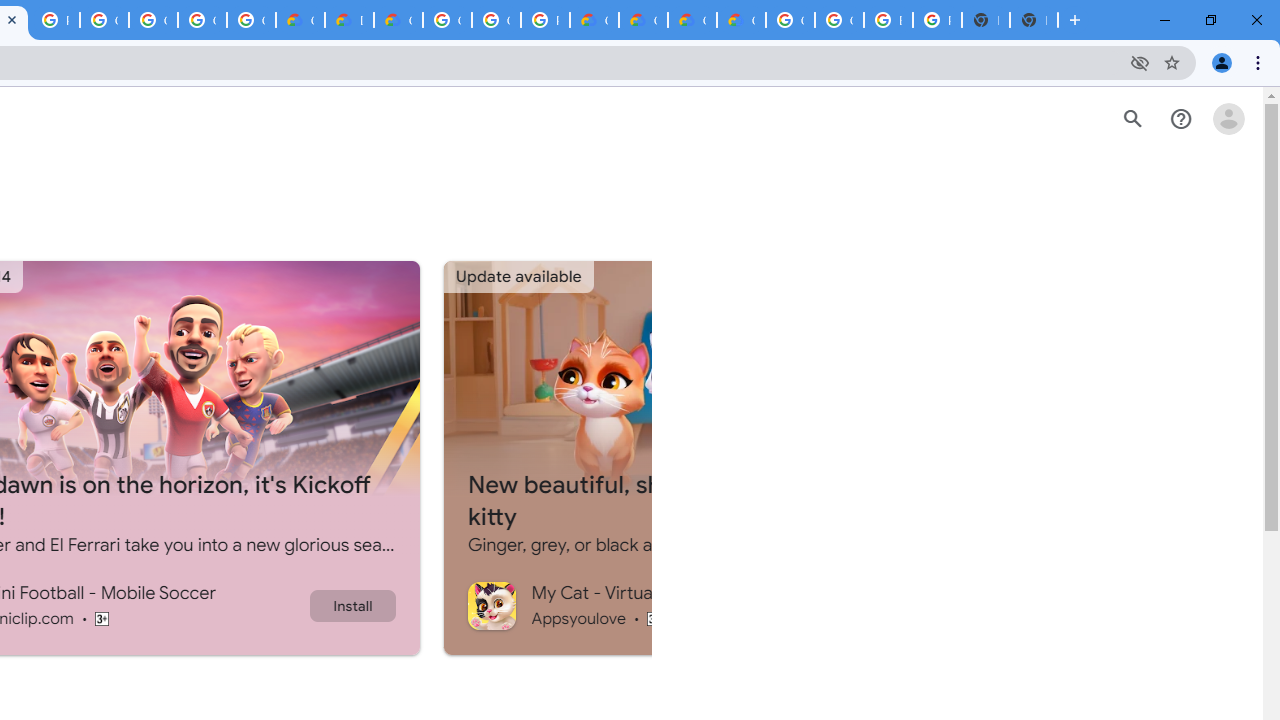 The height and width of the screenshot is (720, 1280). I want to click on 'Google Cloud Platform', so click(496, 20).